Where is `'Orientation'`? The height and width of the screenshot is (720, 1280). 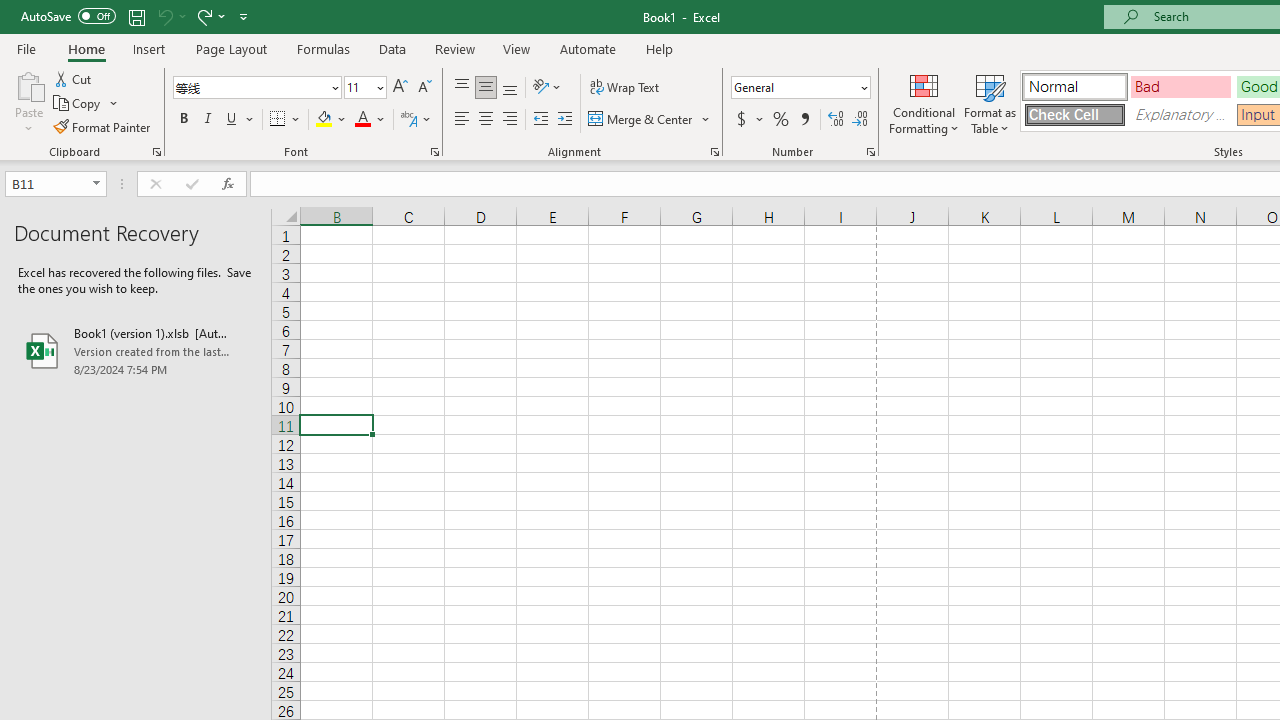
'Orientation' is located at coordinates (547, 86).